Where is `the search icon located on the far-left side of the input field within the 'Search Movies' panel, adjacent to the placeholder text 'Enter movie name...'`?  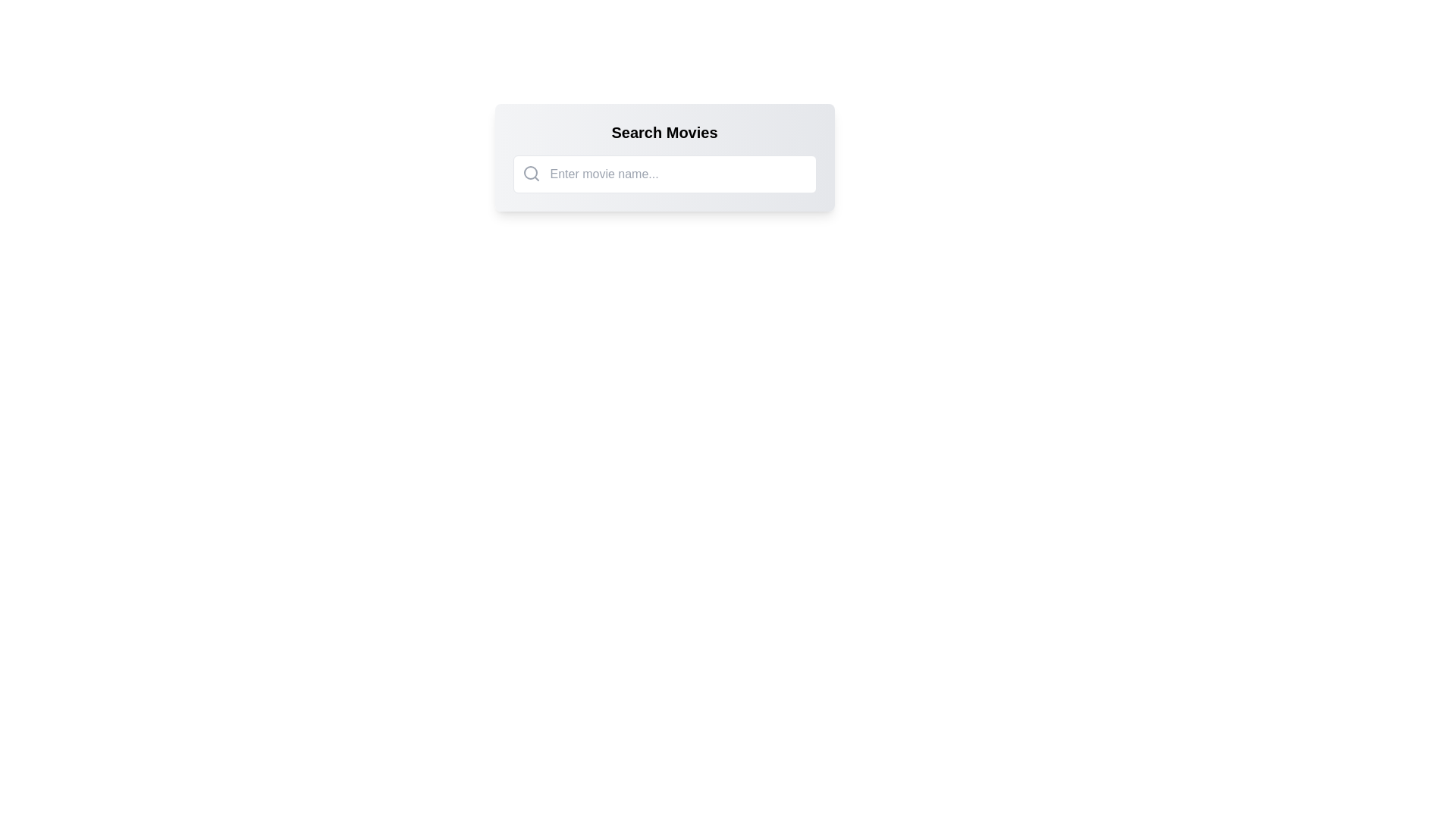 the search icon located on the far-left side of the input field within the 'Search Movies' panel, adjacent to the placeholder text 'Enter movie name...' is located at coordinates (531, 172).